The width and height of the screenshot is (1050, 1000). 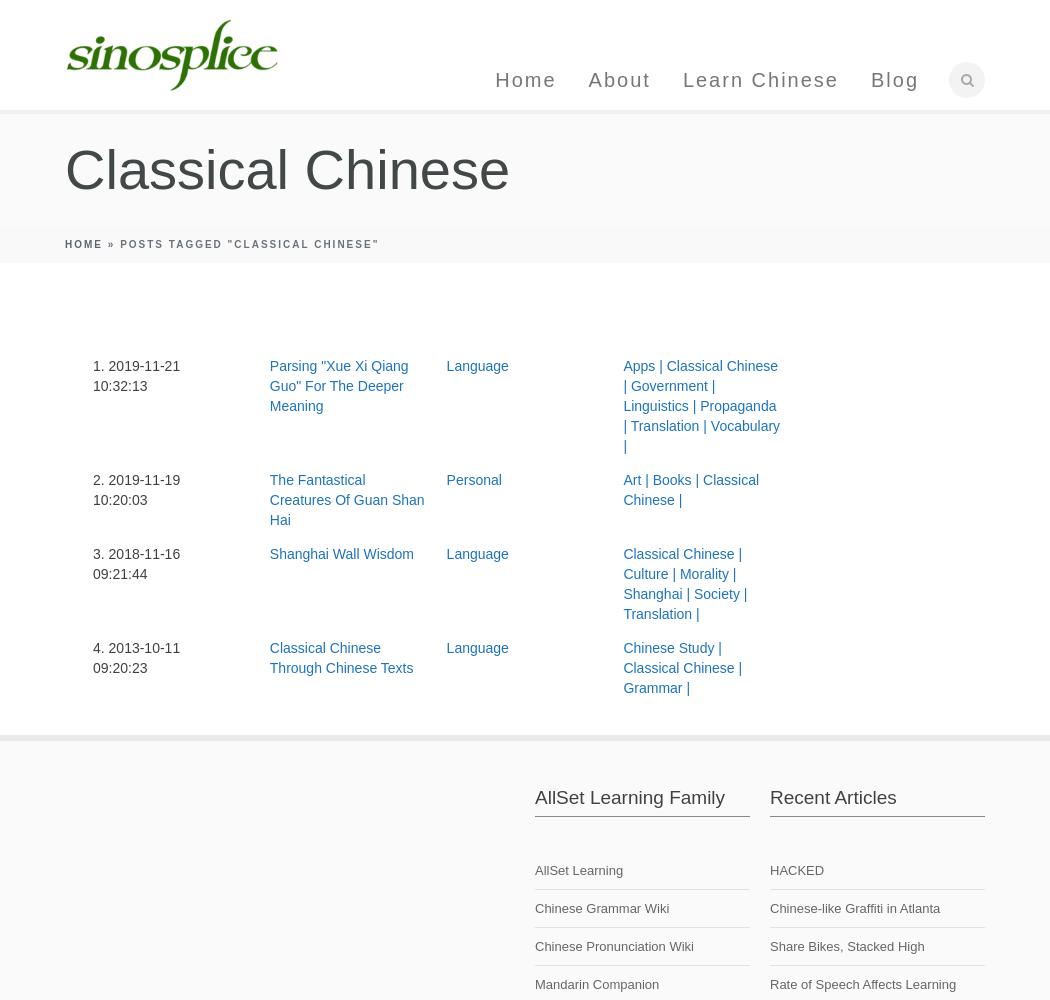 I want to click on 'art', so click(x=633, y=478).